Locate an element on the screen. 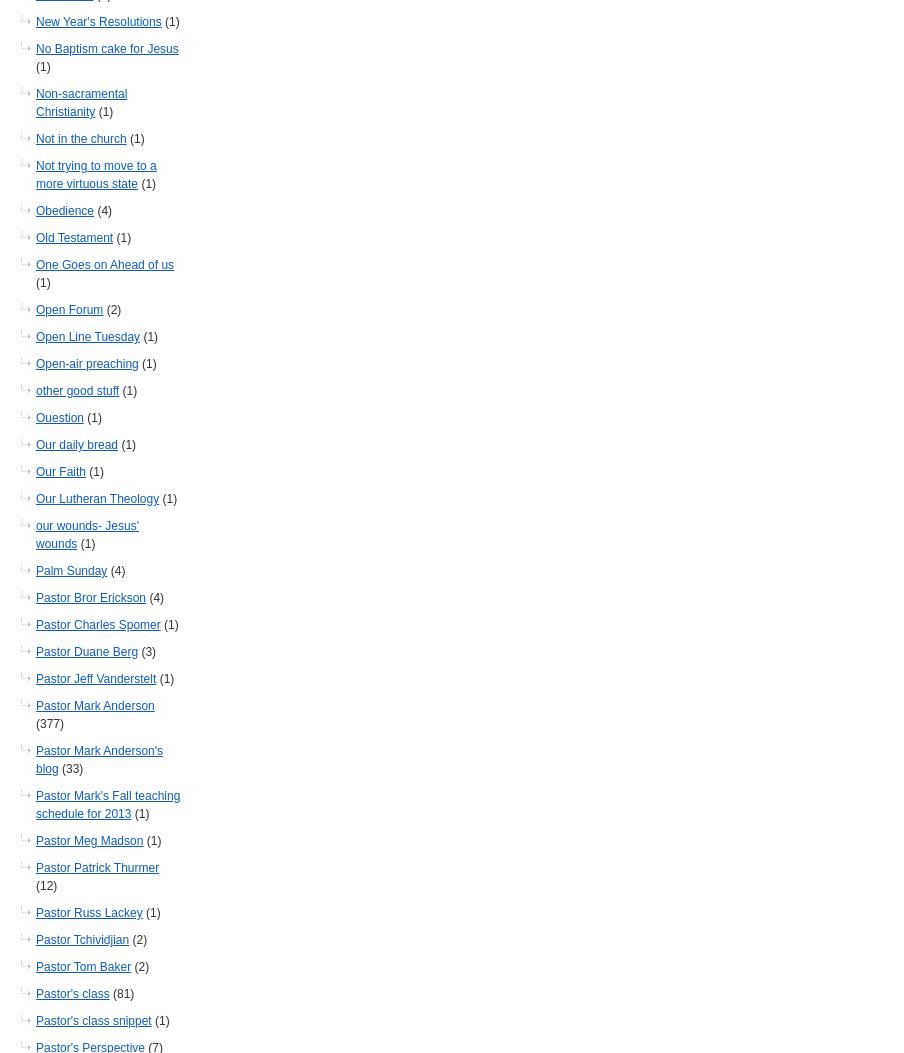  'Pastor Meg Madson' is located at coordinates (89, 840).